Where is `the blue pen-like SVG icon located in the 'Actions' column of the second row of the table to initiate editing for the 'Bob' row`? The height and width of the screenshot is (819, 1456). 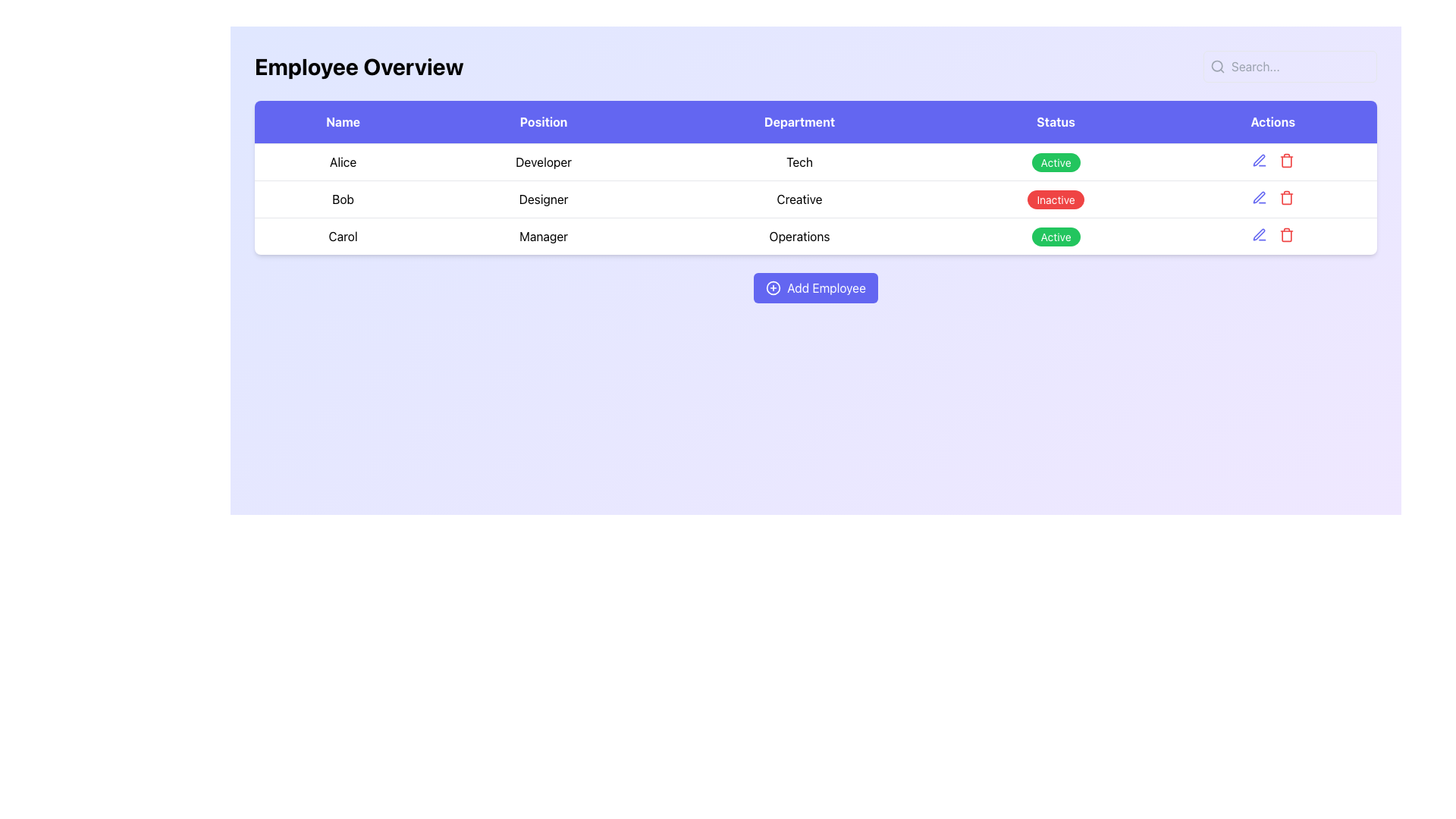 the blue pen-like SVG icon located in the 'Actions' column of the second row of the table to initiate editing for the 'Bob' row is located at coordinates (1259, 196).